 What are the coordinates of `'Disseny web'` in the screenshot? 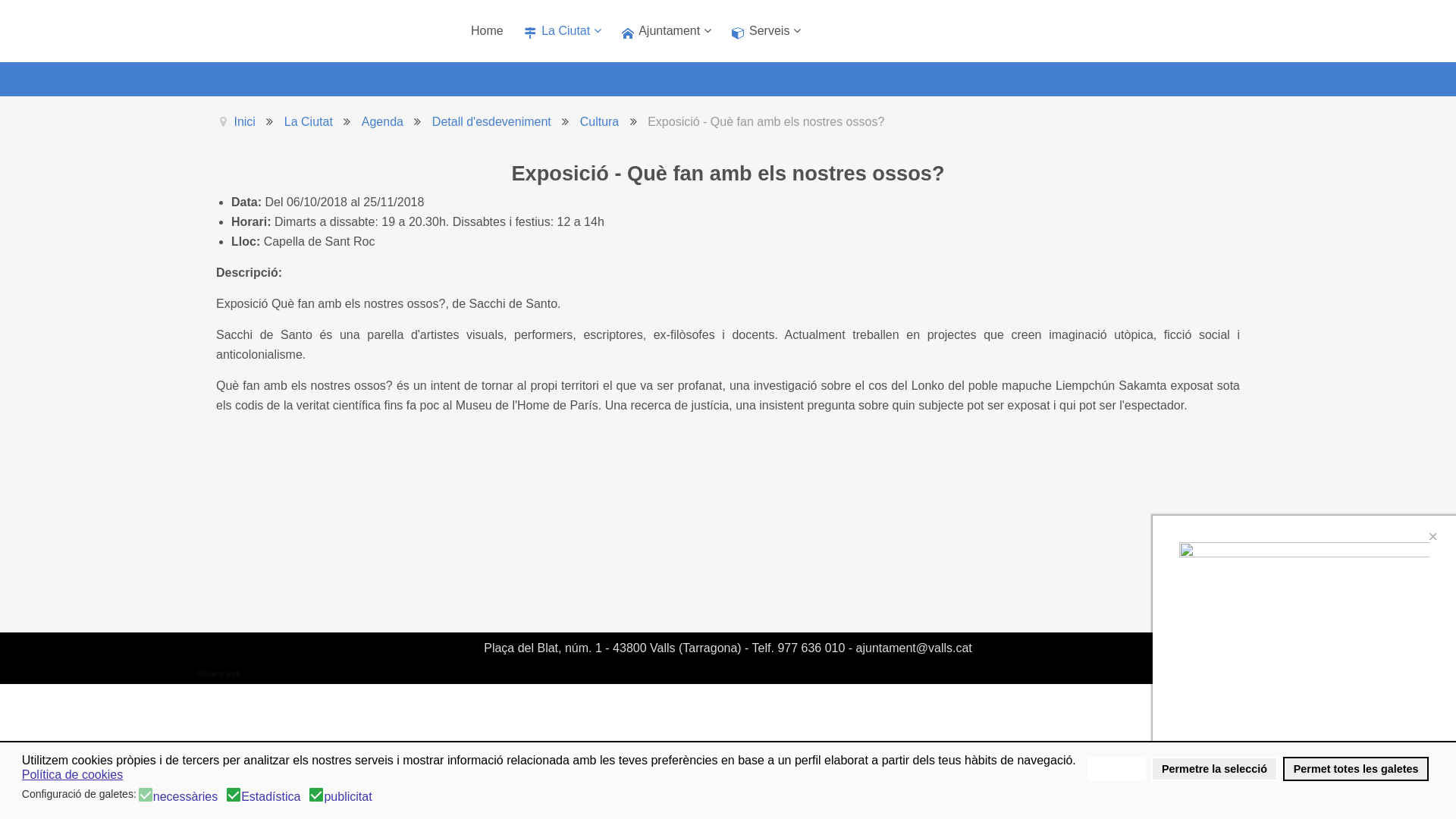 It's located at (218, 673).